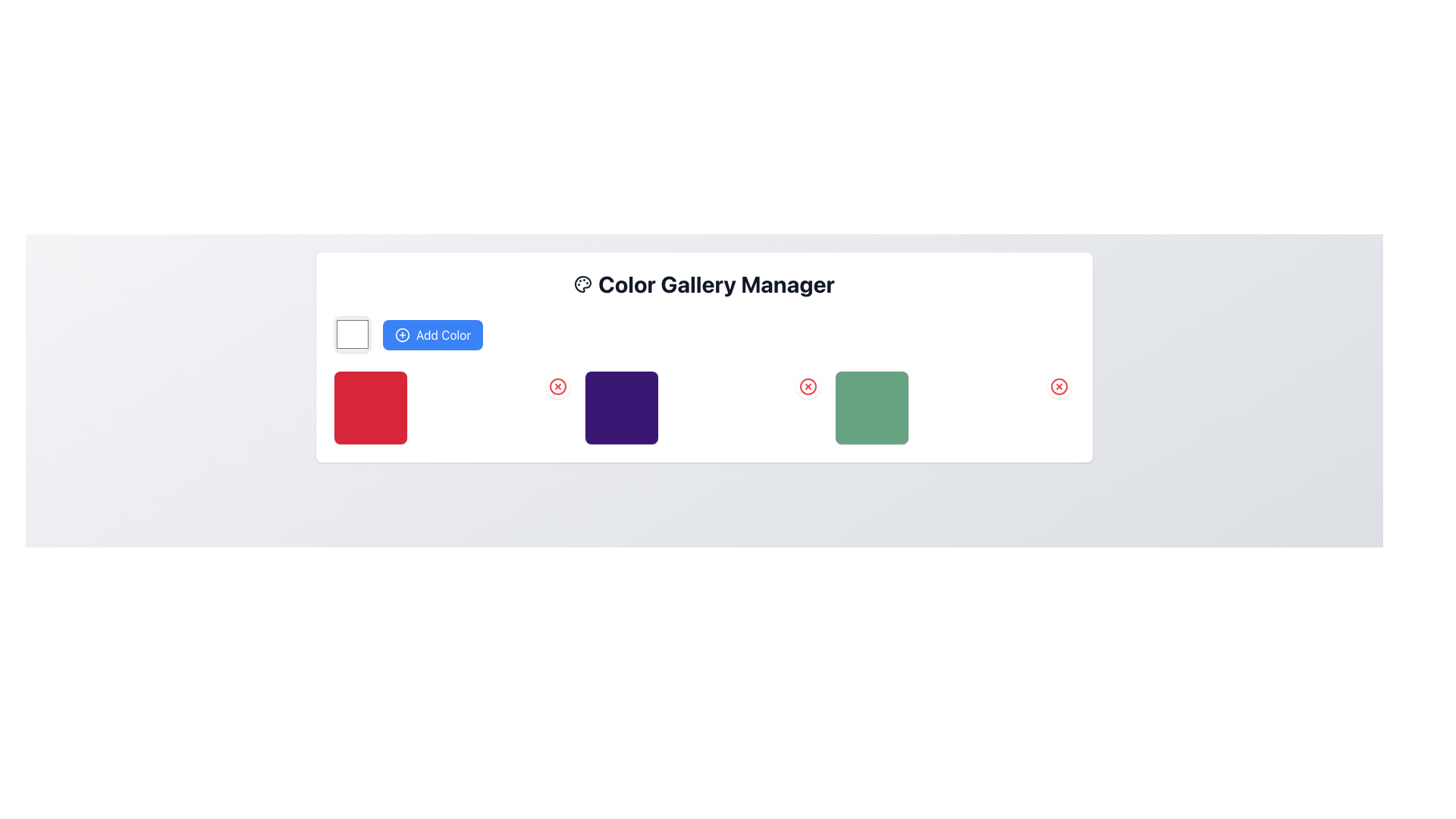  I want to click on the circular part of the red 'X' cancel button located to the top-left of the green square, so click(807, 385).